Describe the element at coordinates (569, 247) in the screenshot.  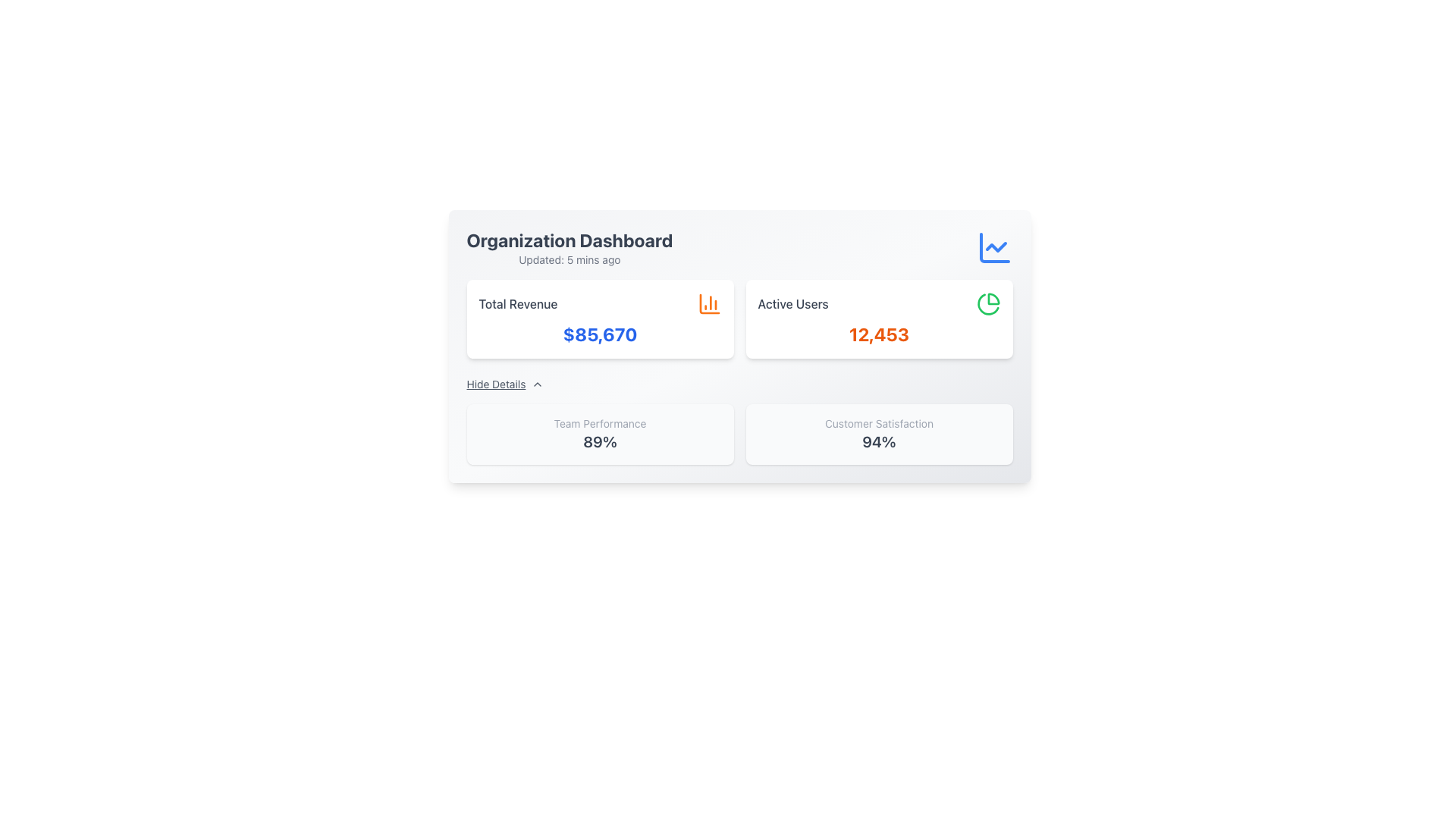
I see `title 'Organization Dashboard' and the timestamp 'Updated: 5 mins ago' from the text block located at the top-left corner of the main content section beneath the dashboard header` at that location.